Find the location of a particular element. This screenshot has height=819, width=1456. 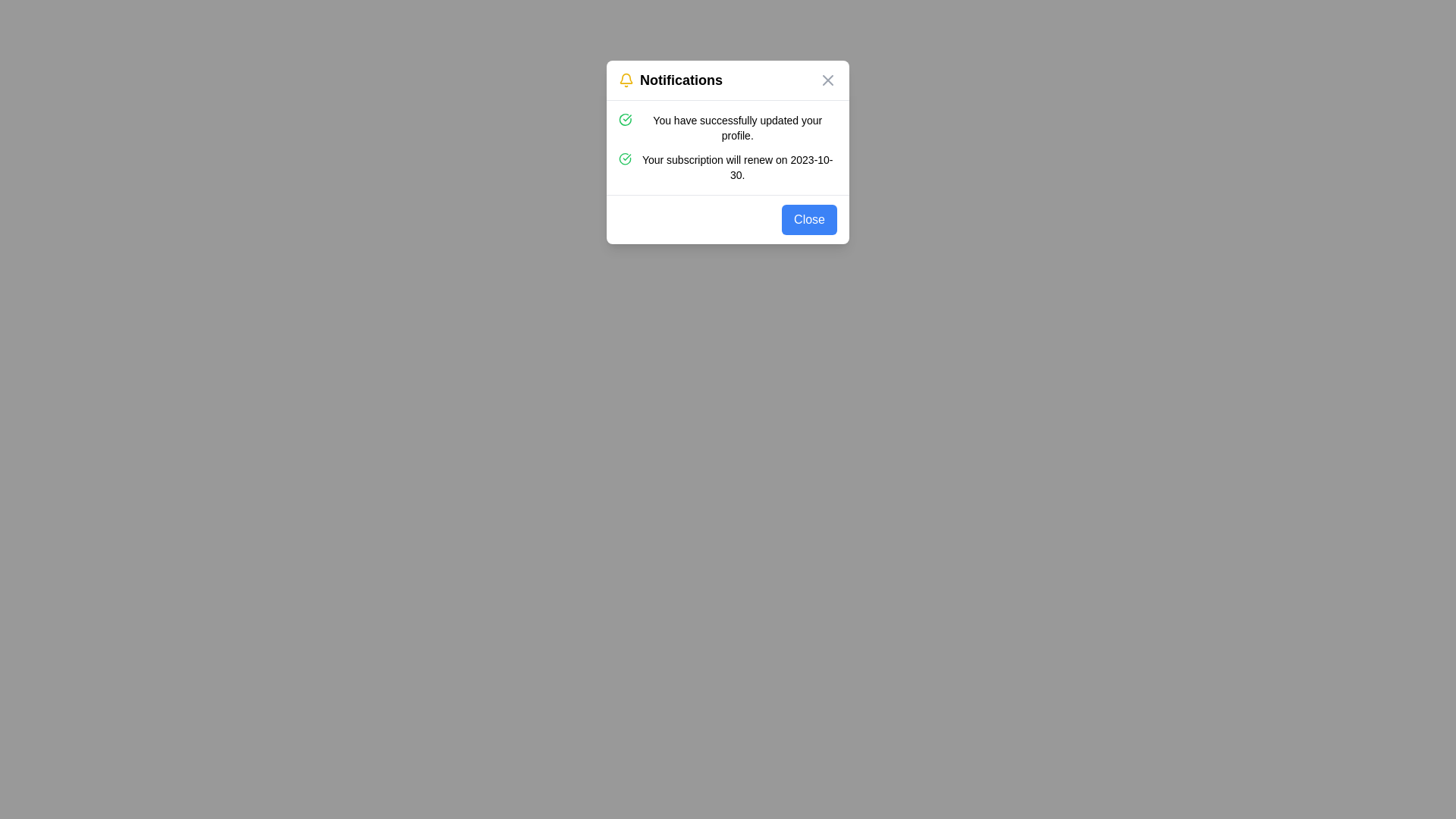

the green circular checkmark icon located to the left of the text 'You have successfully updated your profile' is located at coordinates (625, 119).